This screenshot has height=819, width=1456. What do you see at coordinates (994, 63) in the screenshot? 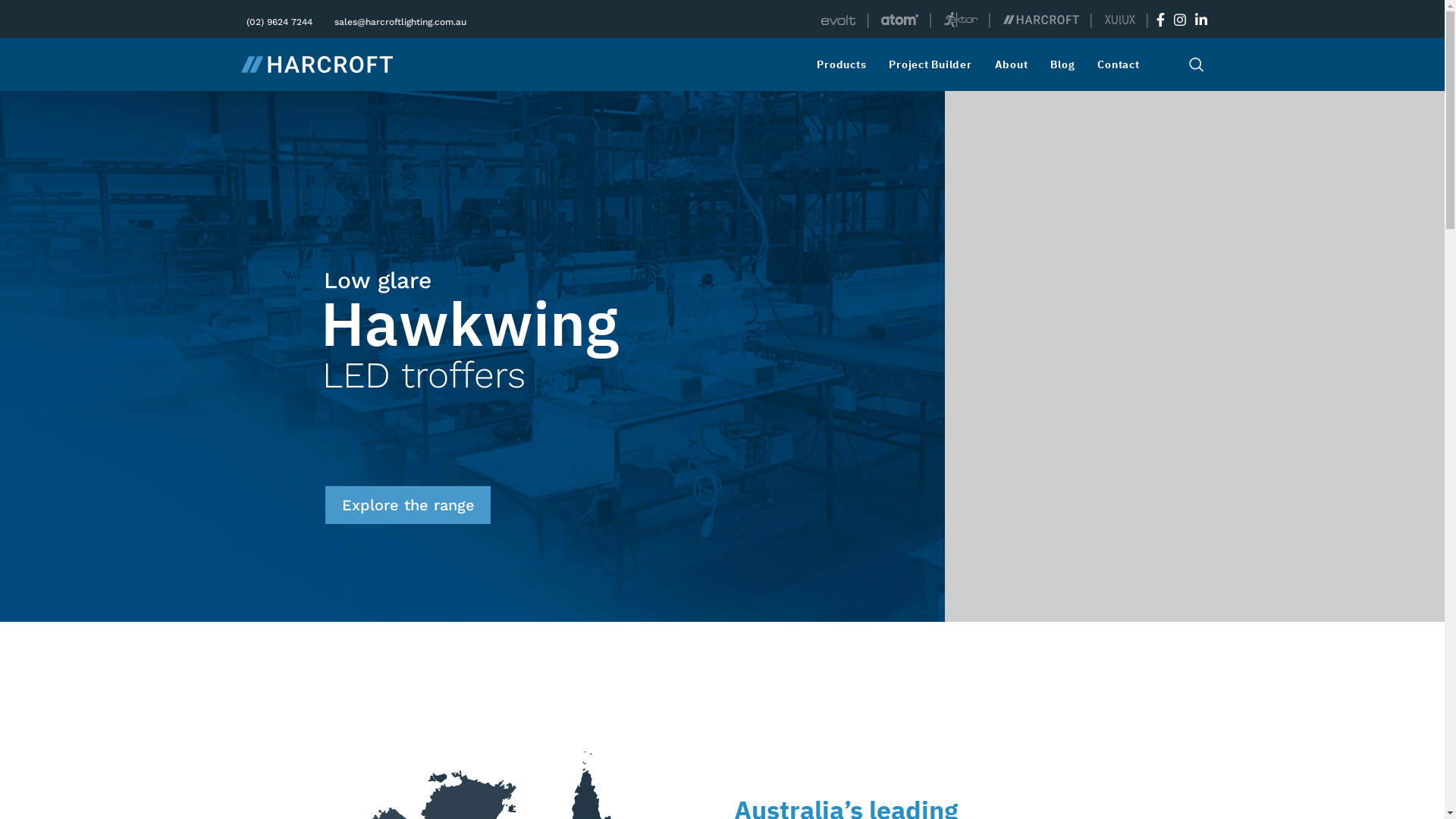
I see `'About'` at bounding box center [994, 63].